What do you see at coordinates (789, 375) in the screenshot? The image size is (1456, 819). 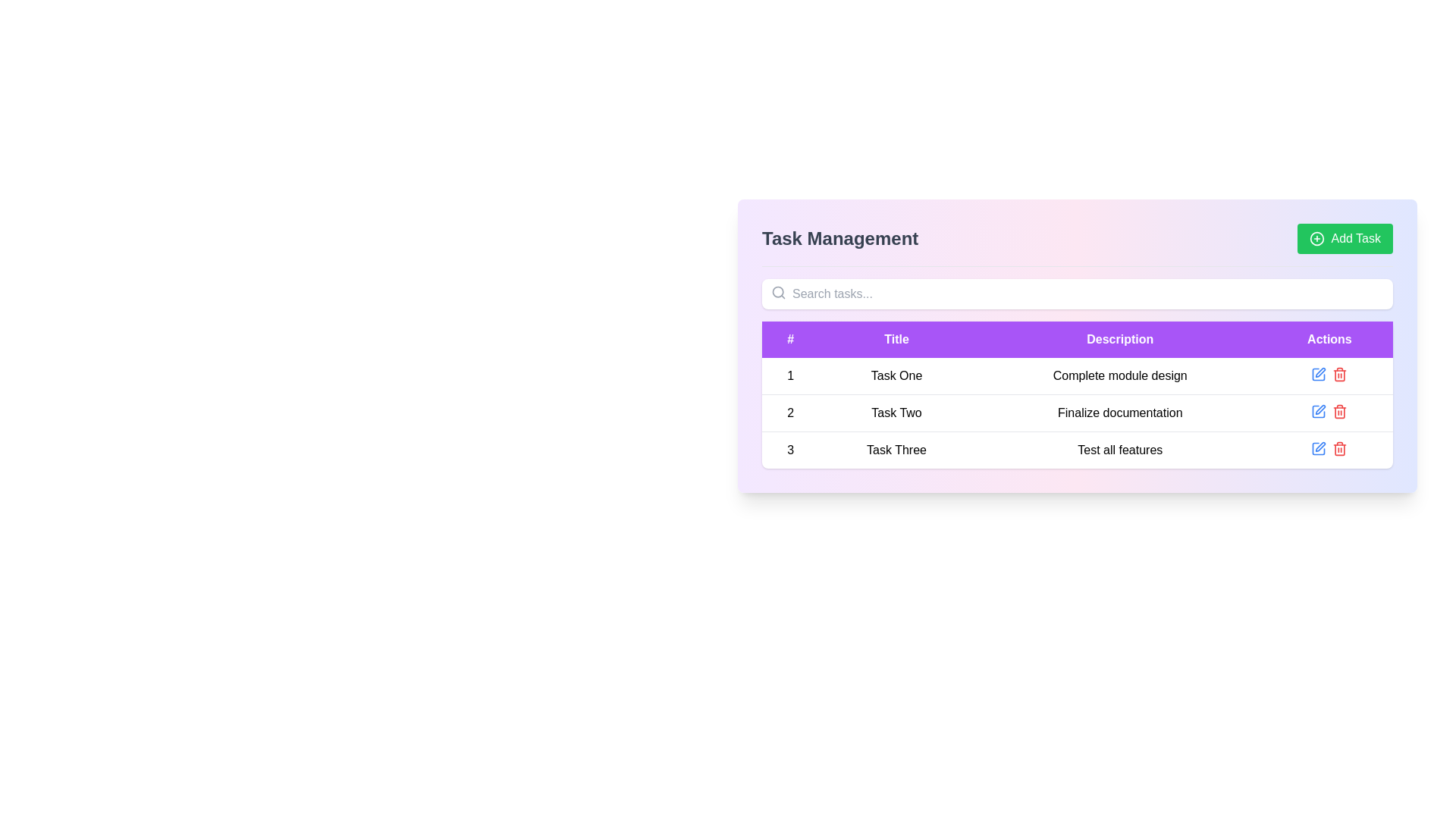 I see `the numeric label displaying the number '1' in the task table under the '#' column for 'Task One'` at bounding box center [789, 375].